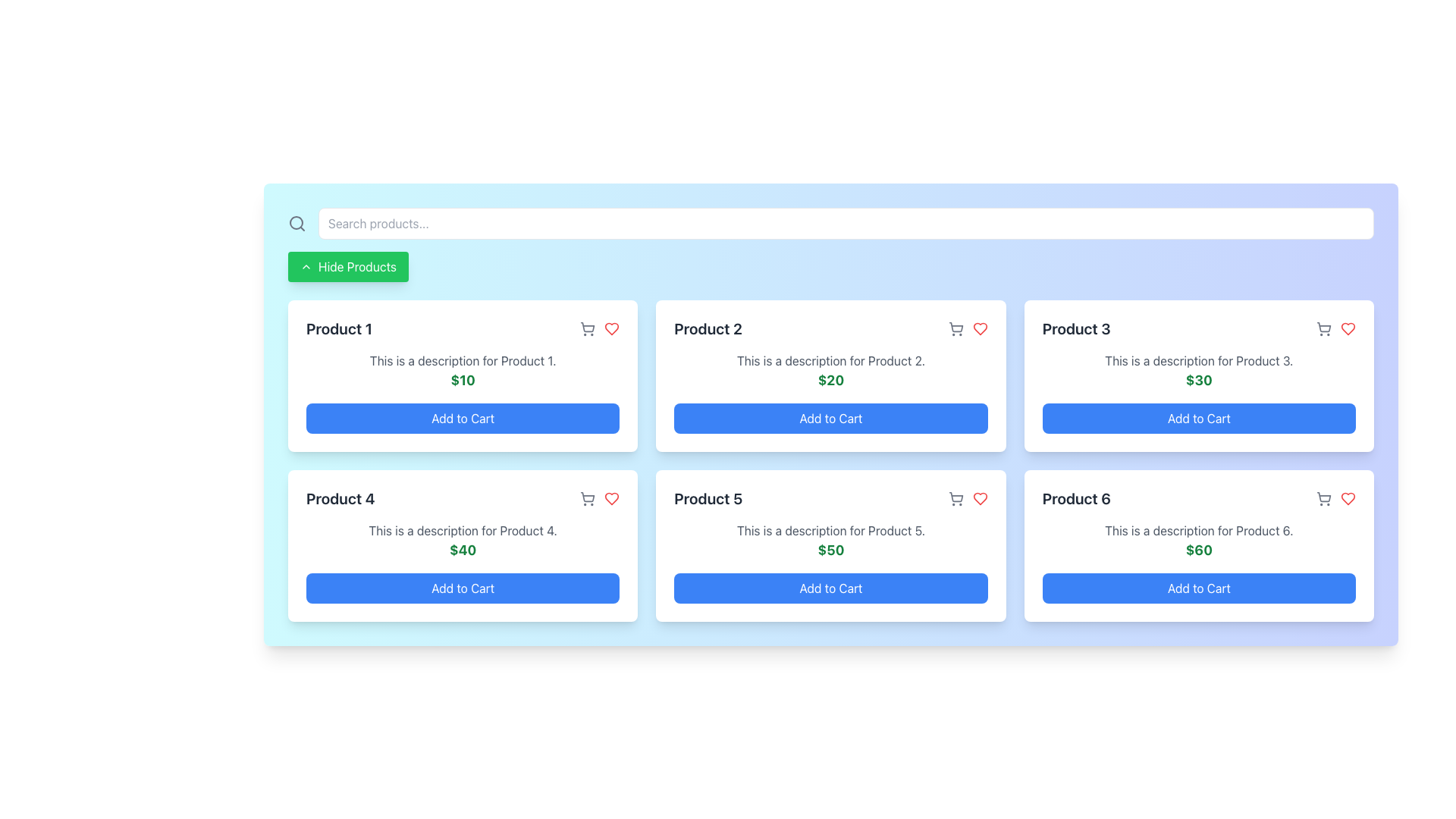 This screenshot has width=1456, height=819. I want to click on the heart icon located in the top-right corner of the product card to mark it as favorite, so click(611, 499).